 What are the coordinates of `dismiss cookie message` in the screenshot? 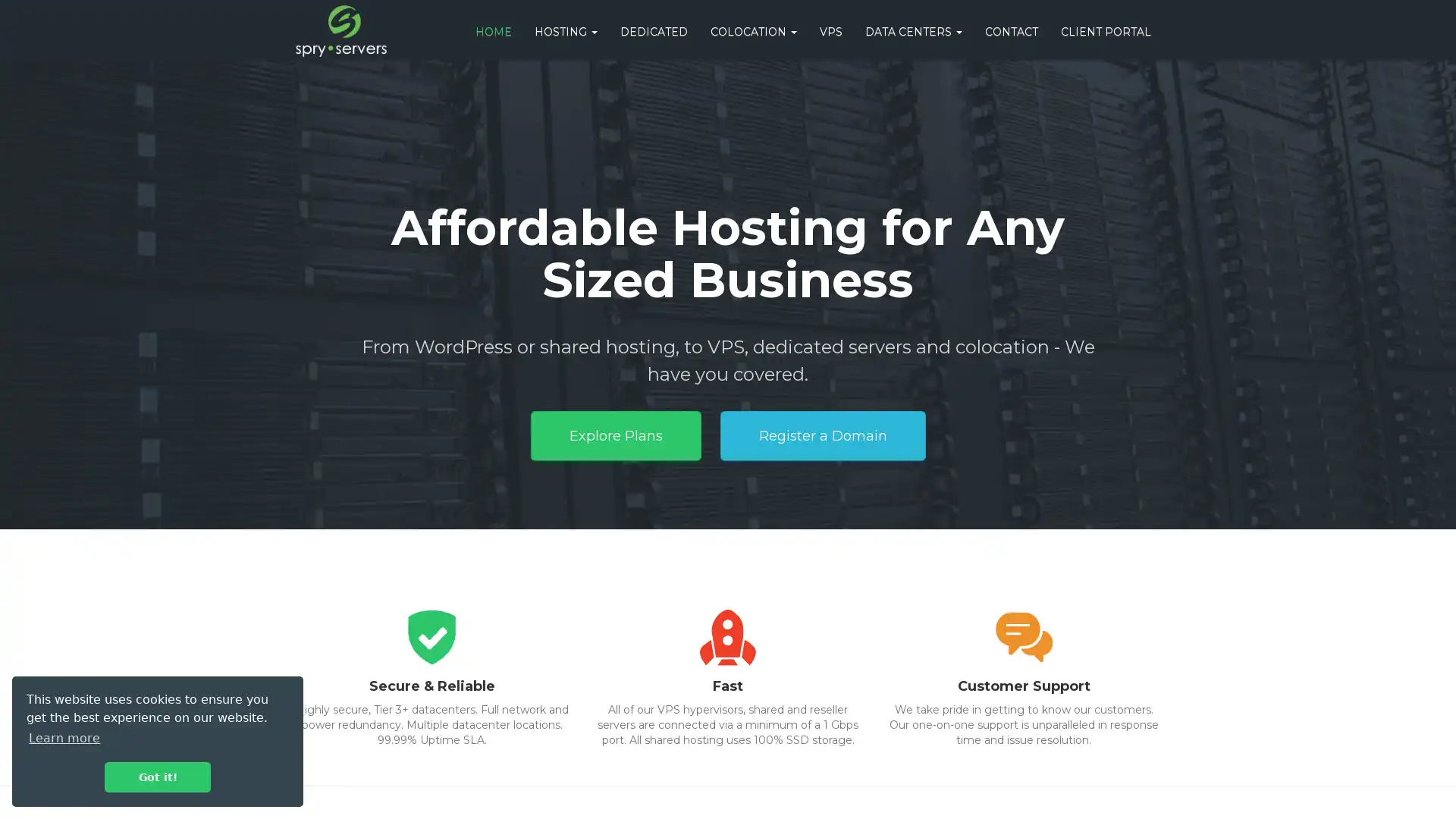 It's located at (157, 777).